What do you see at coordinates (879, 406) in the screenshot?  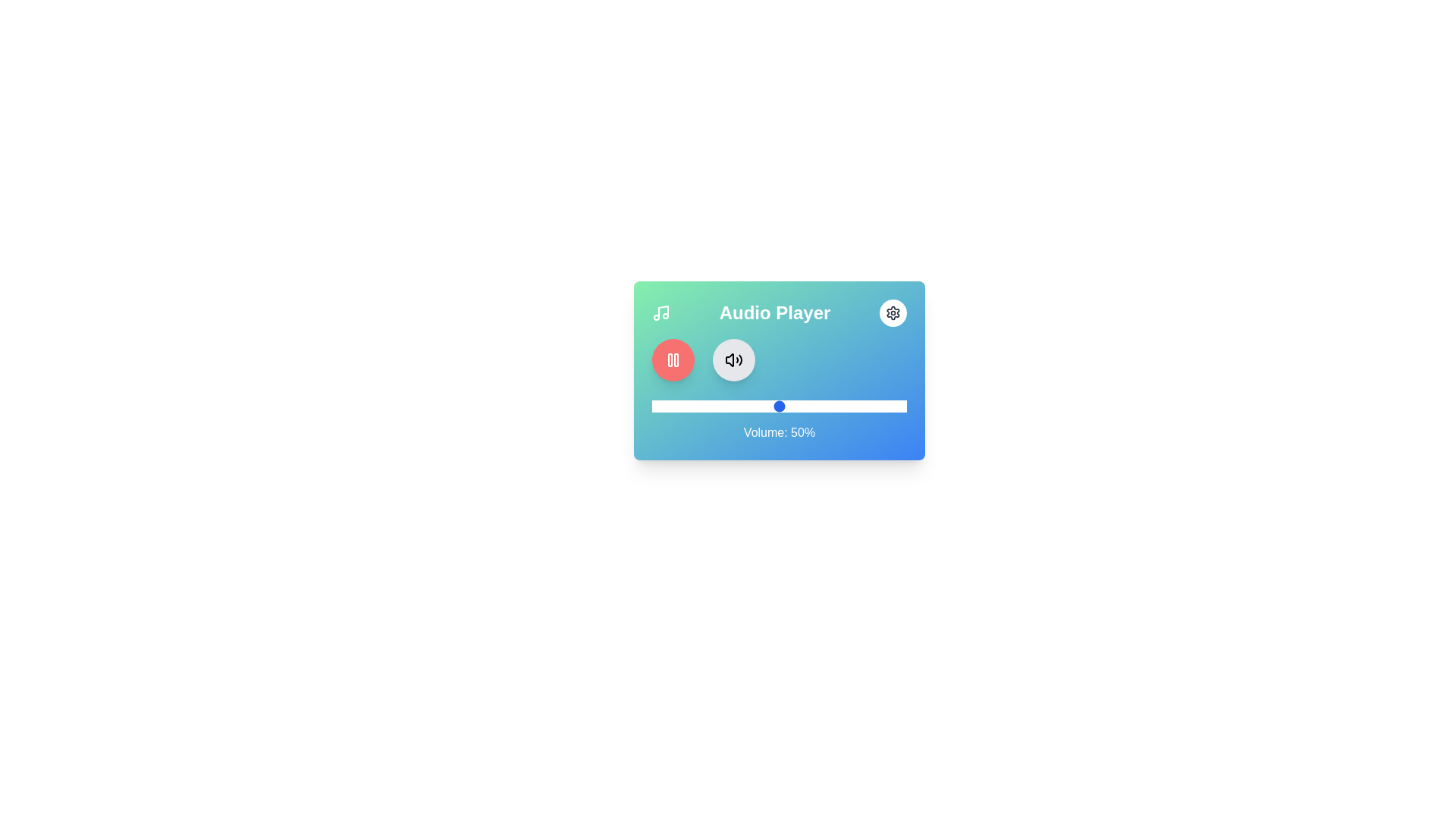 I see `the slider value` at bounding box center [879, 406].